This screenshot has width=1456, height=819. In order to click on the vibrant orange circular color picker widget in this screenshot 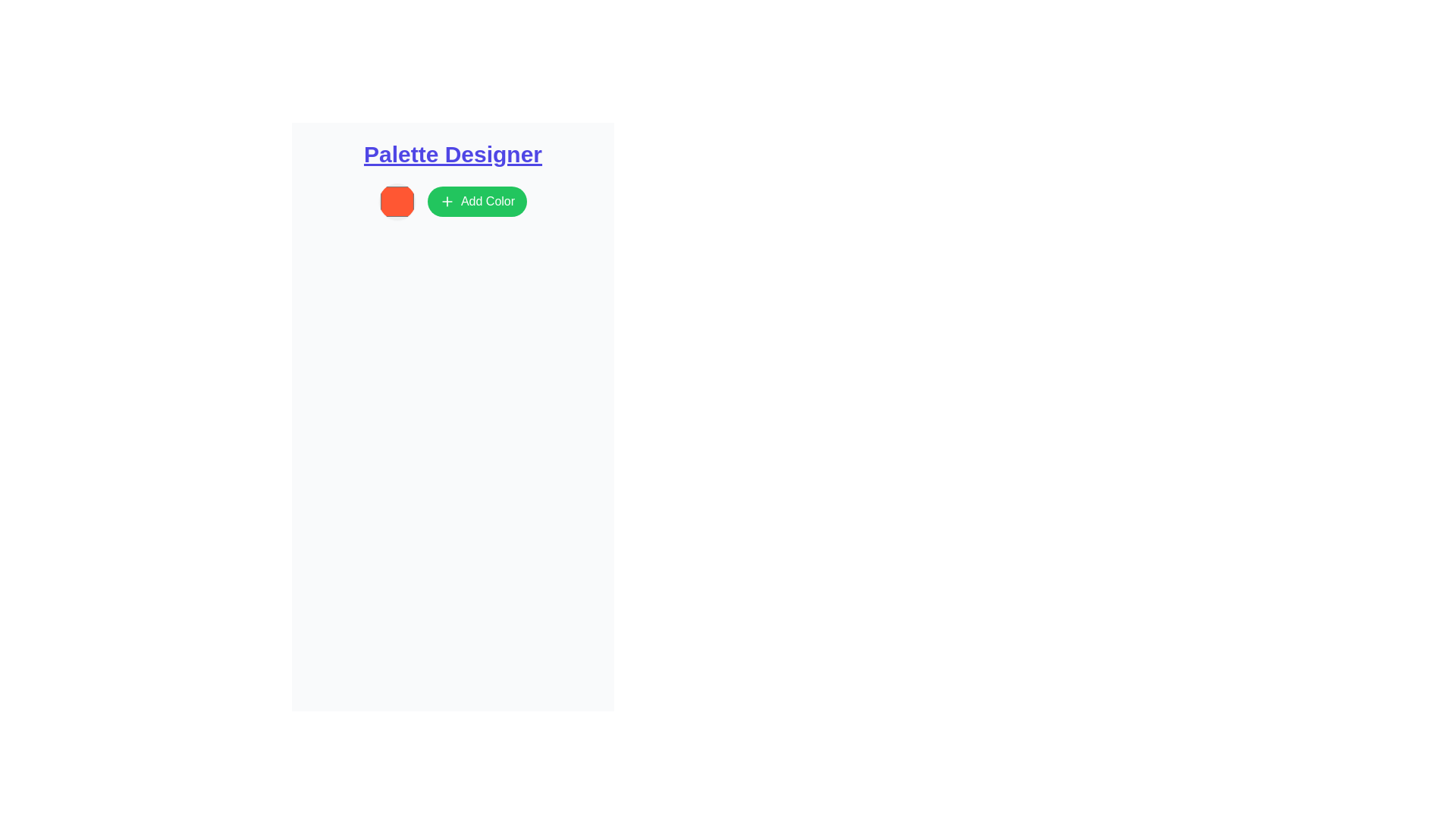, I will do `click(397, 201)`.